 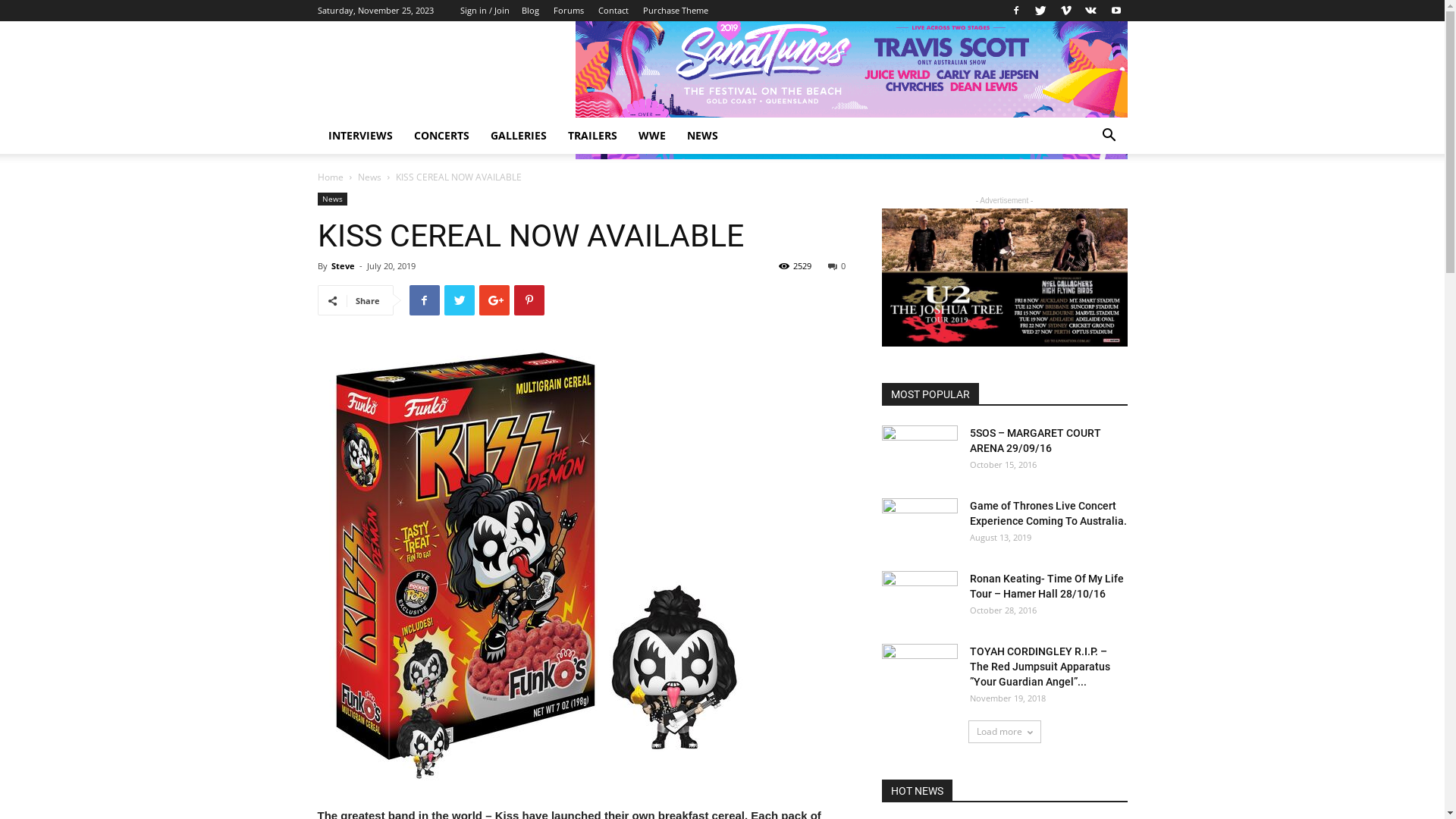 What do you see at coordinates (341, 265) in the screenshot?
I see `'Steve'` at bounding box center [341, 265].